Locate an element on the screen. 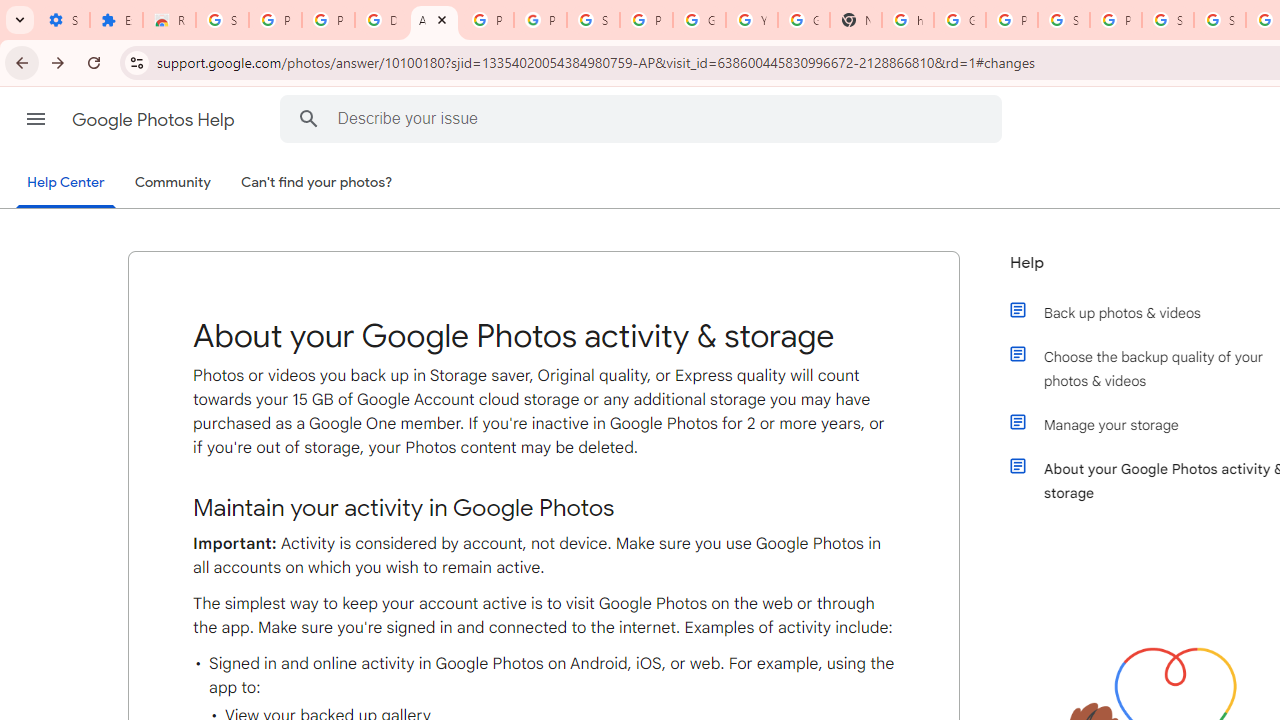 The image size is (1280, 720). 'https://scholar.google.com/' is located at coordinates (907, 20).